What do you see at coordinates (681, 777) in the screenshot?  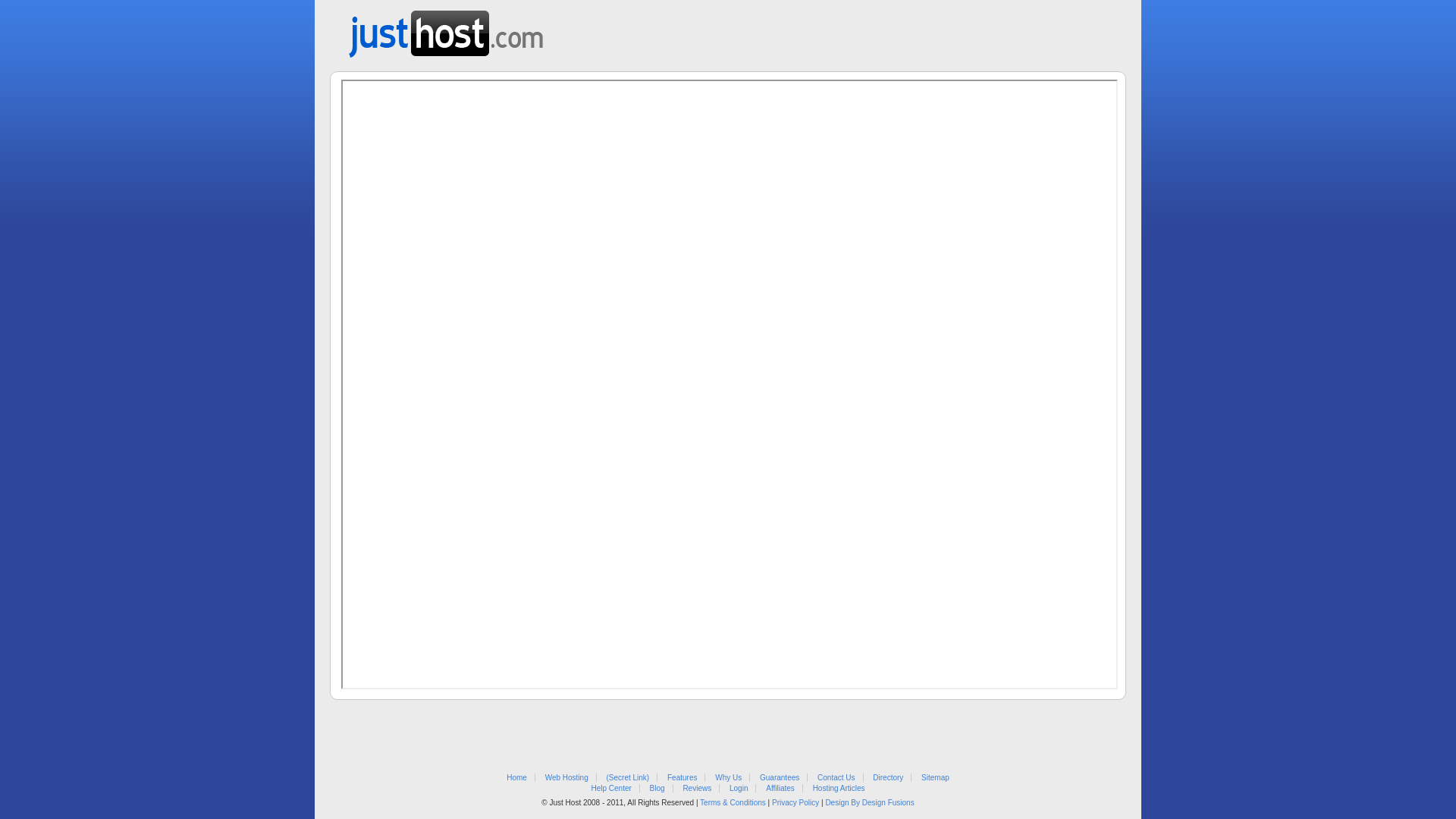 I see `'Features'` at bounding box center [681, 777].